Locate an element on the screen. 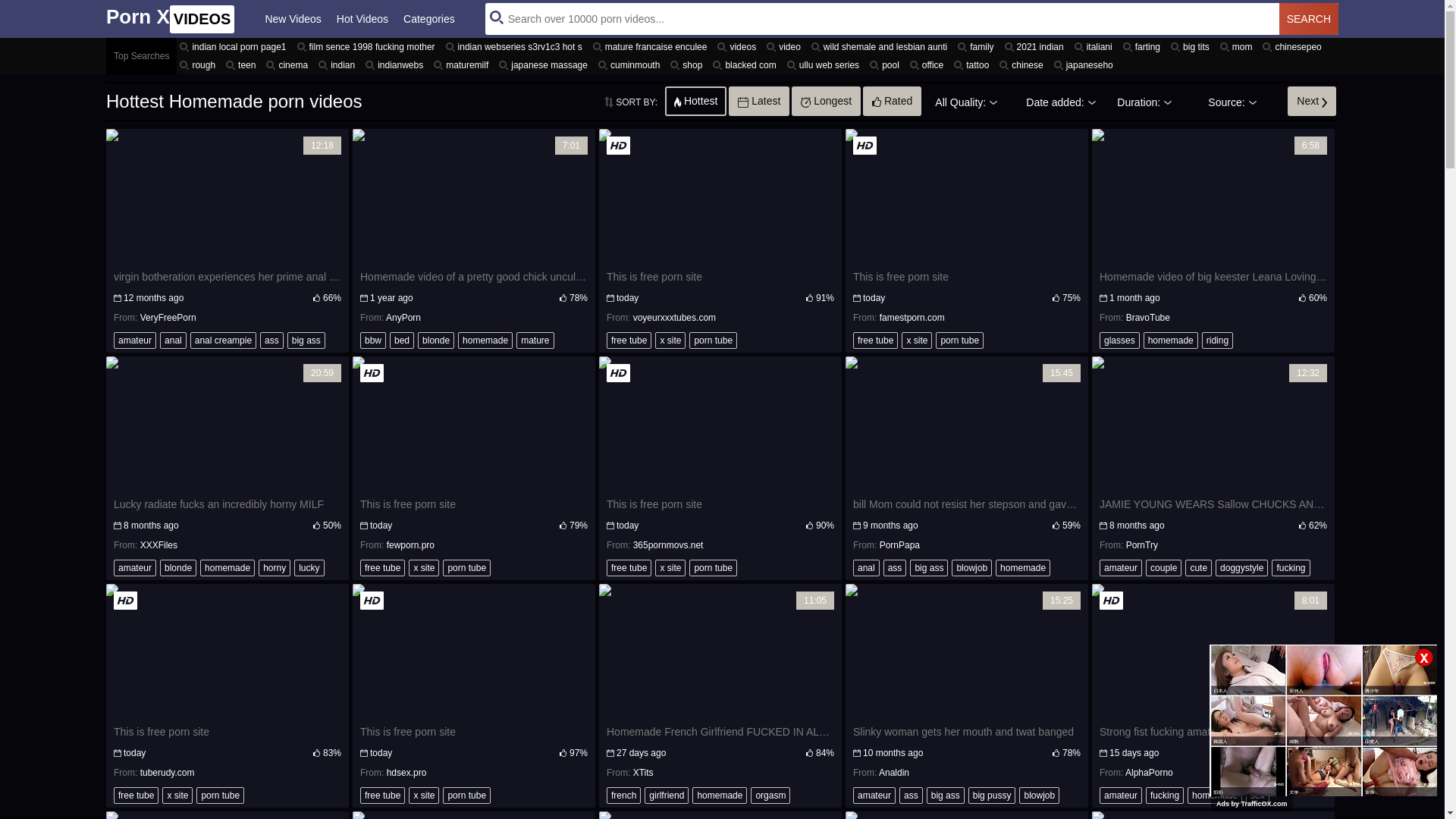 The image size is (1456, 819). 'wild shemale and lesbian aunti' is located at coordinates (807, 45).